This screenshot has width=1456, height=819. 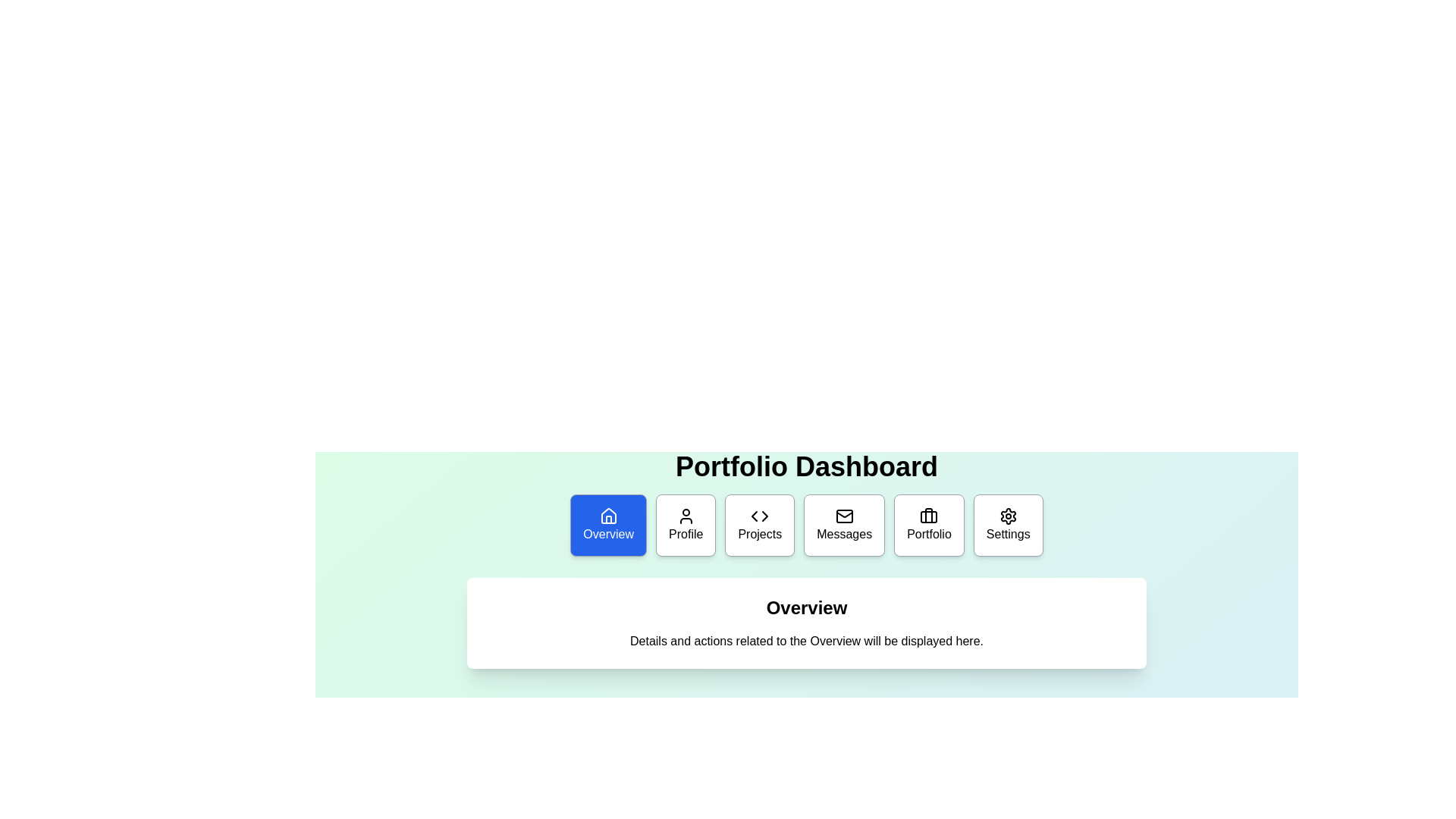 What do you see at coordinates (760, 525) in the screenshot?
I see `the 'Projects' button, which is the third item in the horizontal row of menu buttons` at bounding box center [760, 525].